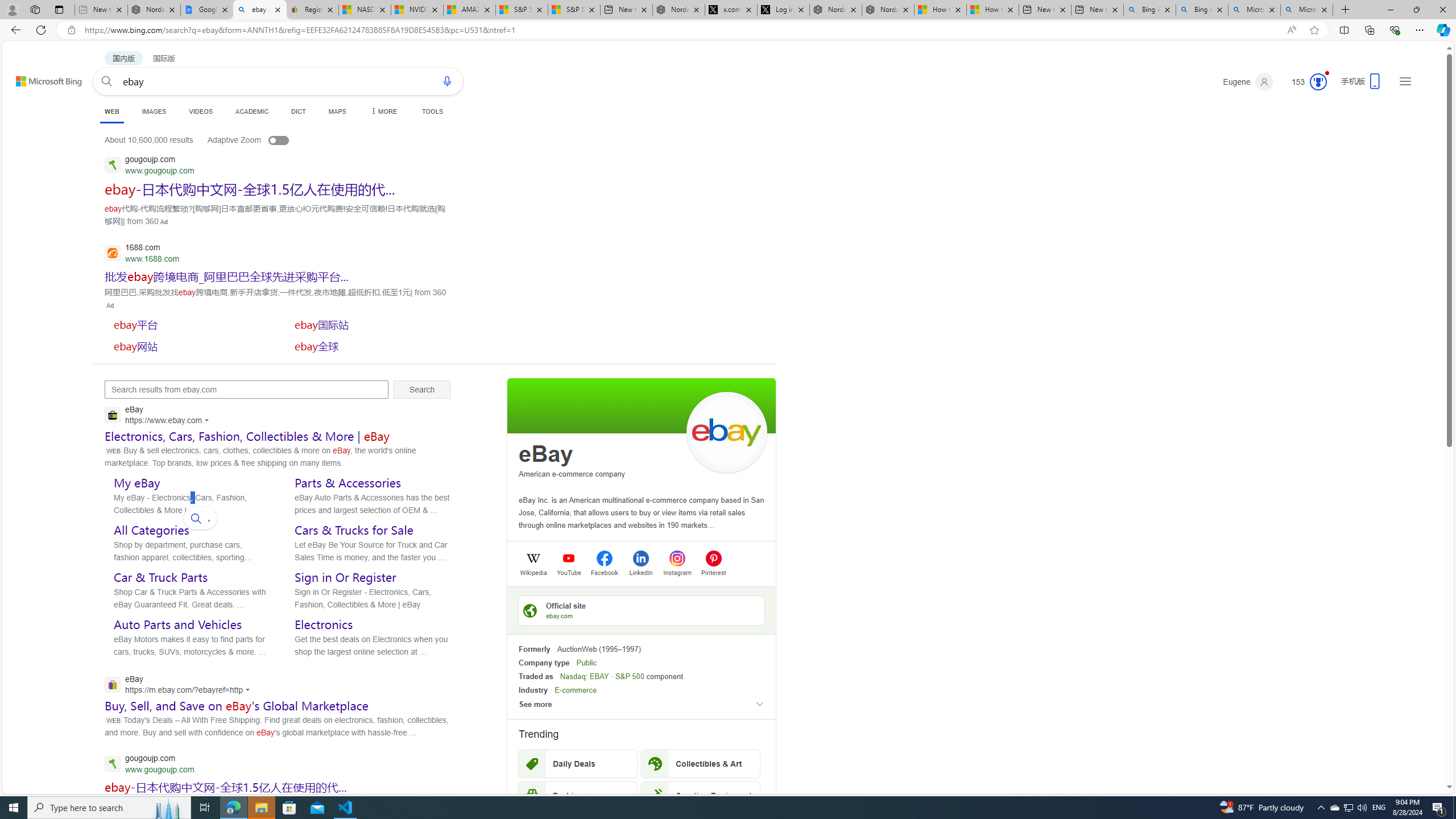 The width and height of the screenshot is (1456, 819). Describe the element at coordinates (353, 529) in the screenshot. I see `'Cars & Trucks for Sale'` at that location.